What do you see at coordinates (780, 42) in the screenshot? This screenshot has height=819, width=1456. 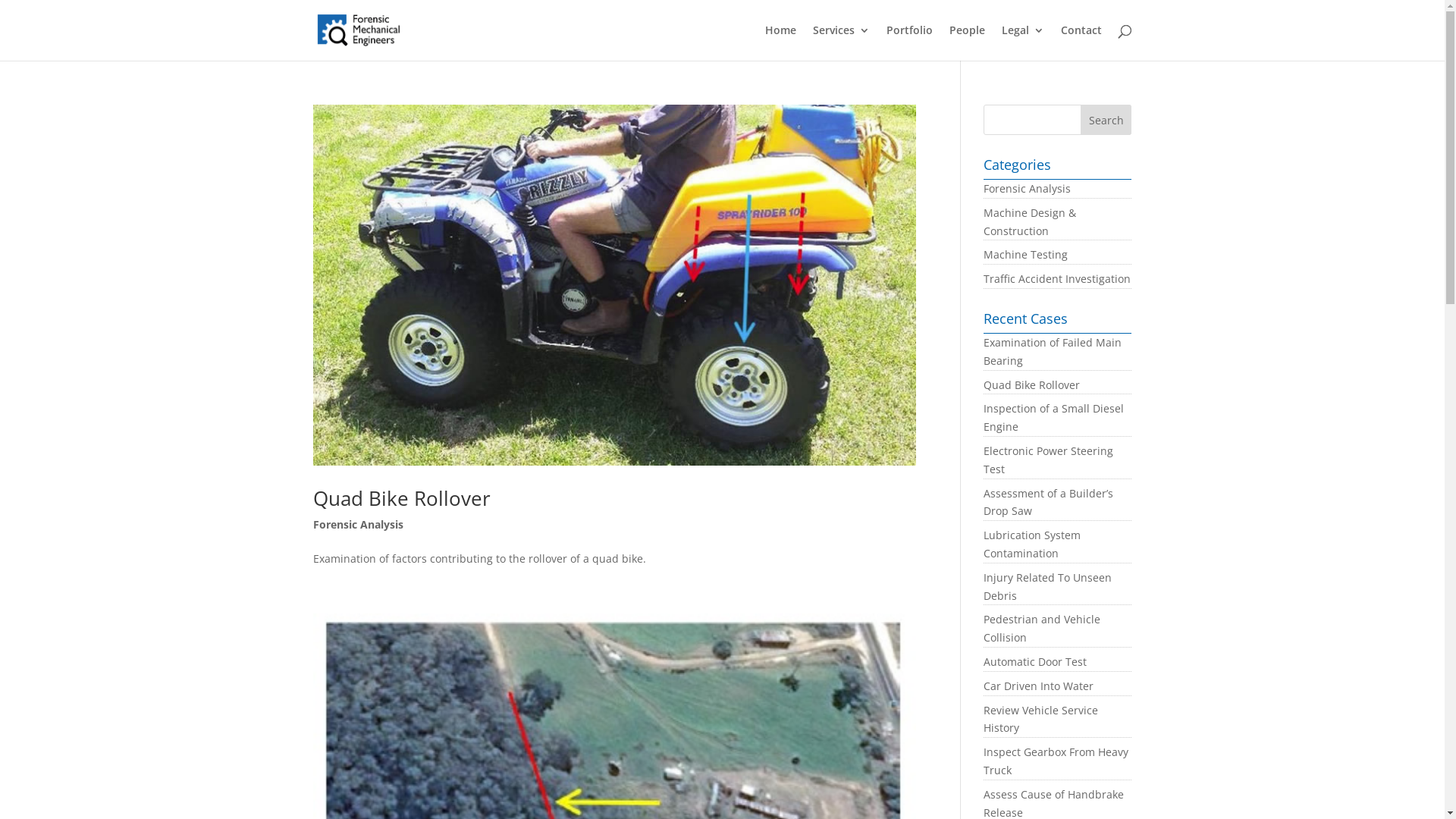 I see `'Home'` at bounding box center [780, 42].